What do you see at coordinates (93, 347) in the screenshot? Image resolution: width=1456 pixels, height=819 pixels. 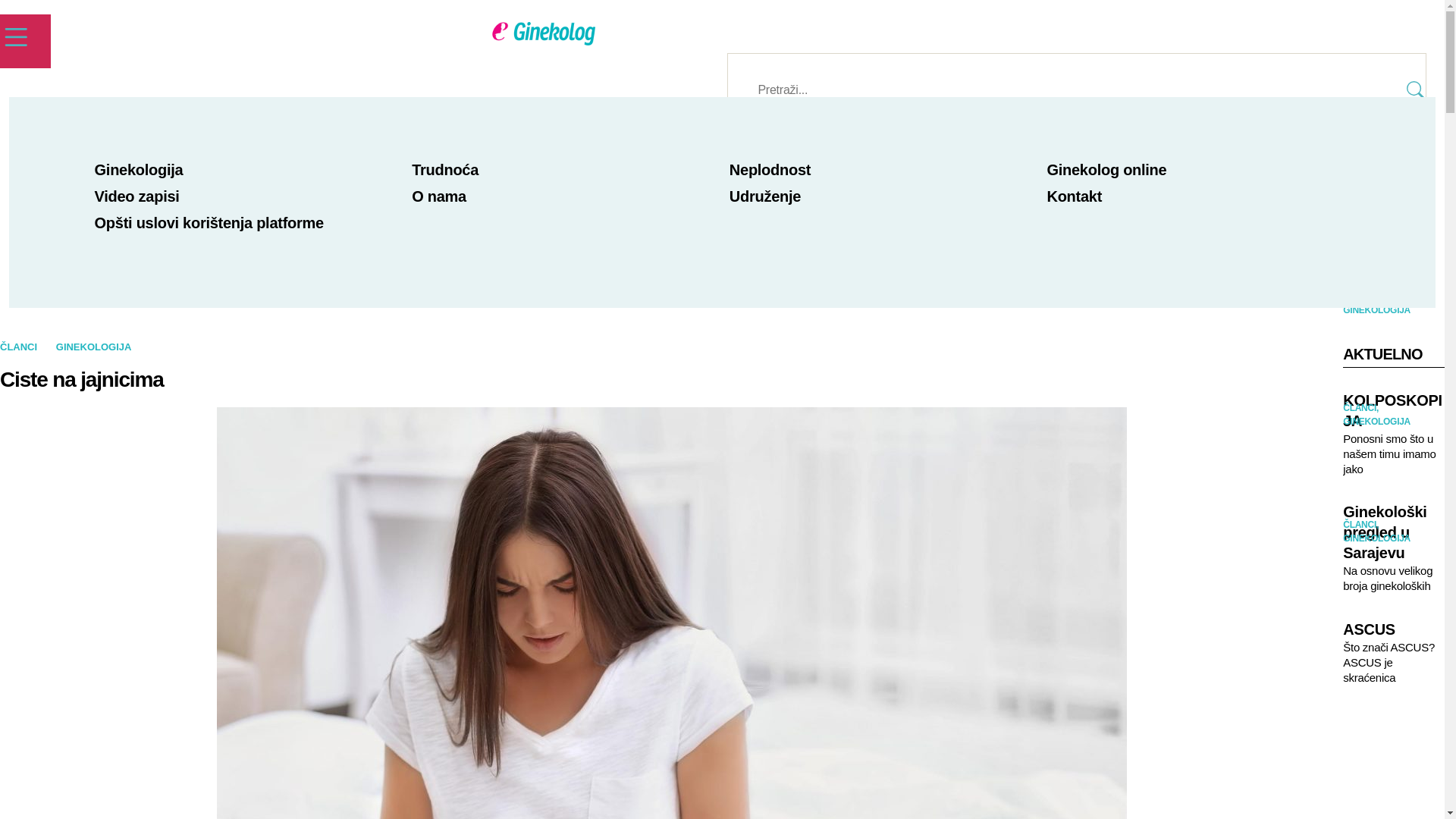 I see `'GINEKOLOGIJA'` at bounding box center [93, 347].